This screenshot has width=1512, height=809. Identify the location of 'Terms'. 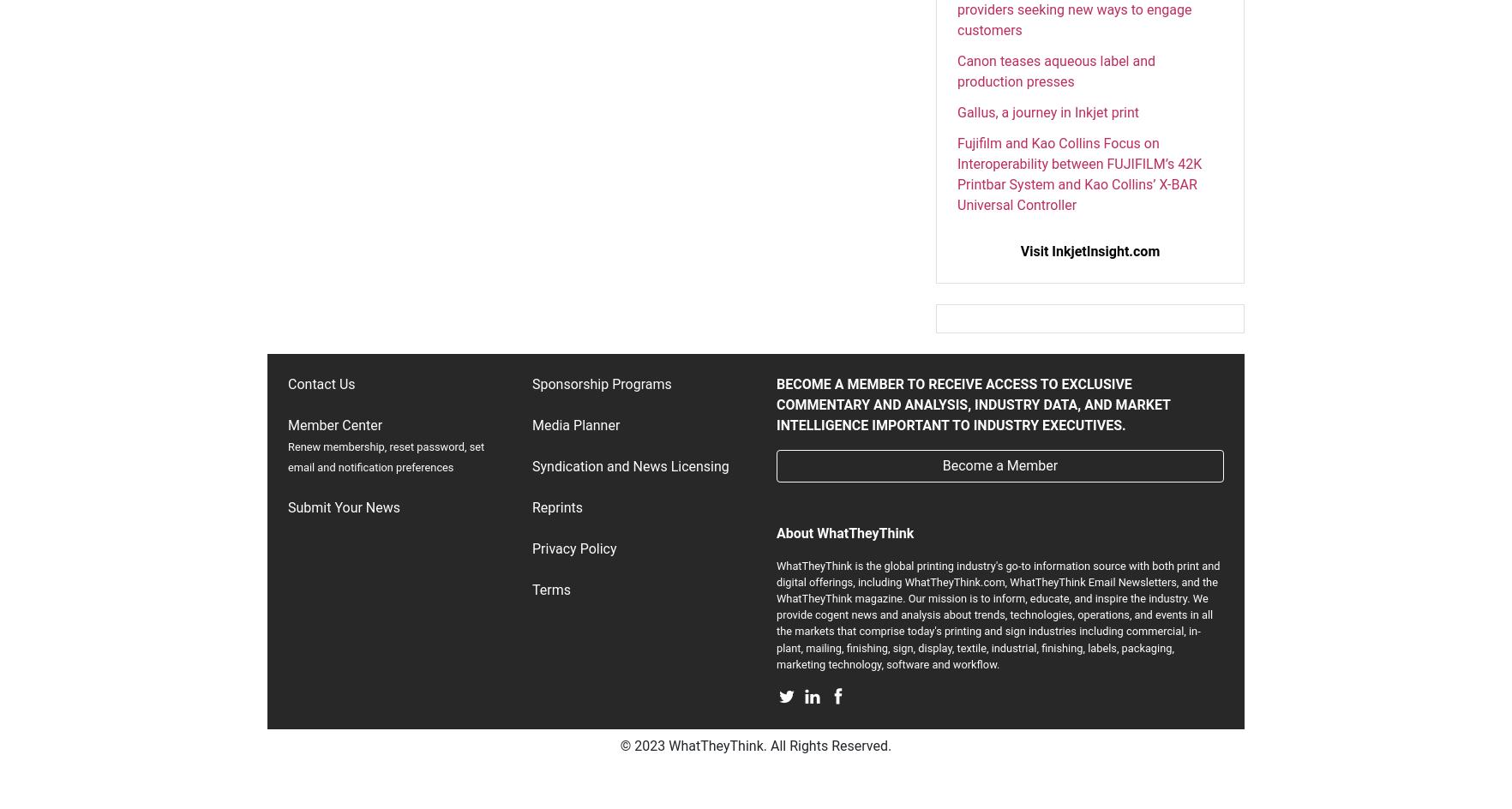
(550, 588).